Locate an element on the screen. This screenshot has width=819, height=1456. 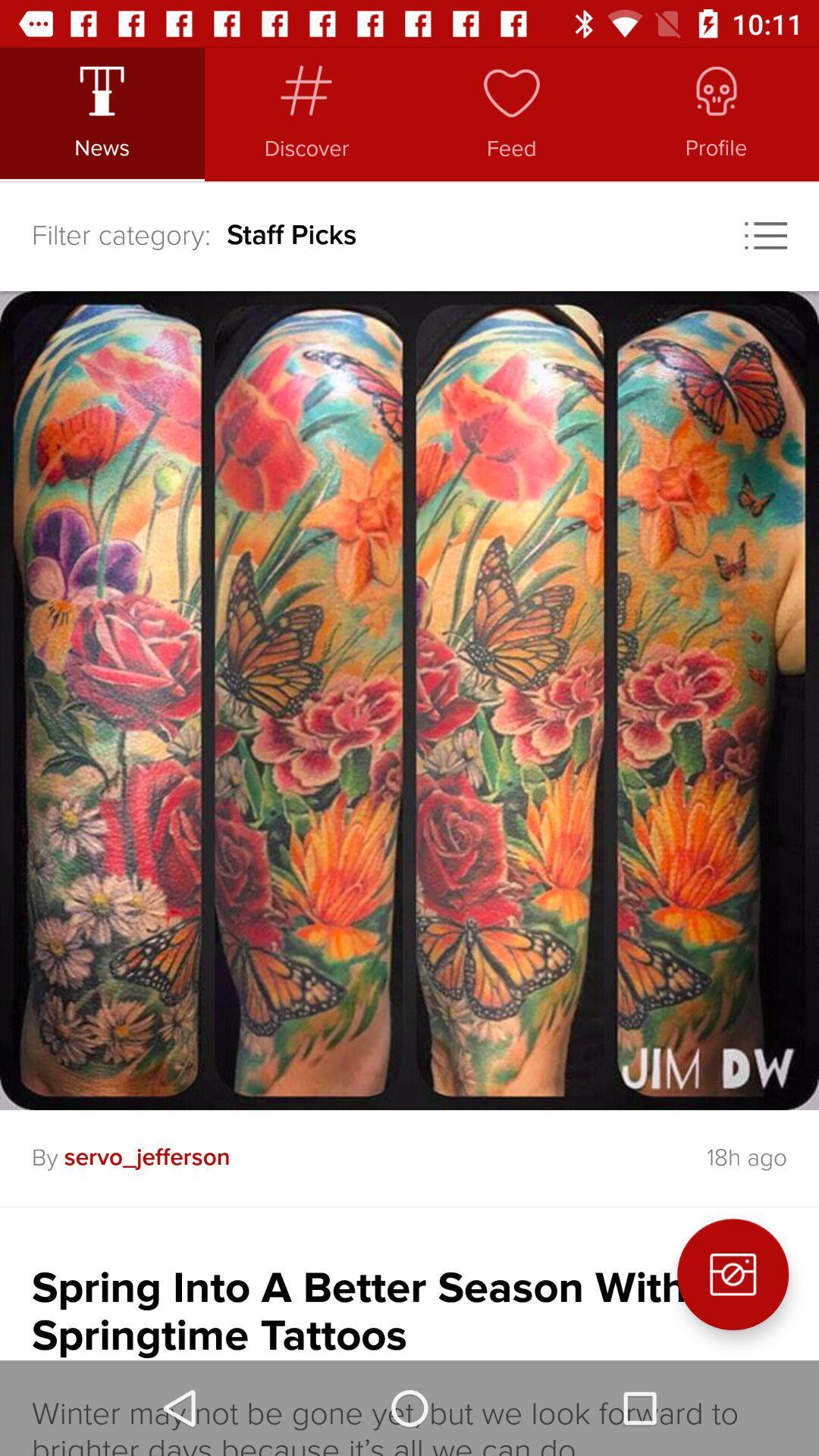
the photo icon is located at coordinates (732, 1274).